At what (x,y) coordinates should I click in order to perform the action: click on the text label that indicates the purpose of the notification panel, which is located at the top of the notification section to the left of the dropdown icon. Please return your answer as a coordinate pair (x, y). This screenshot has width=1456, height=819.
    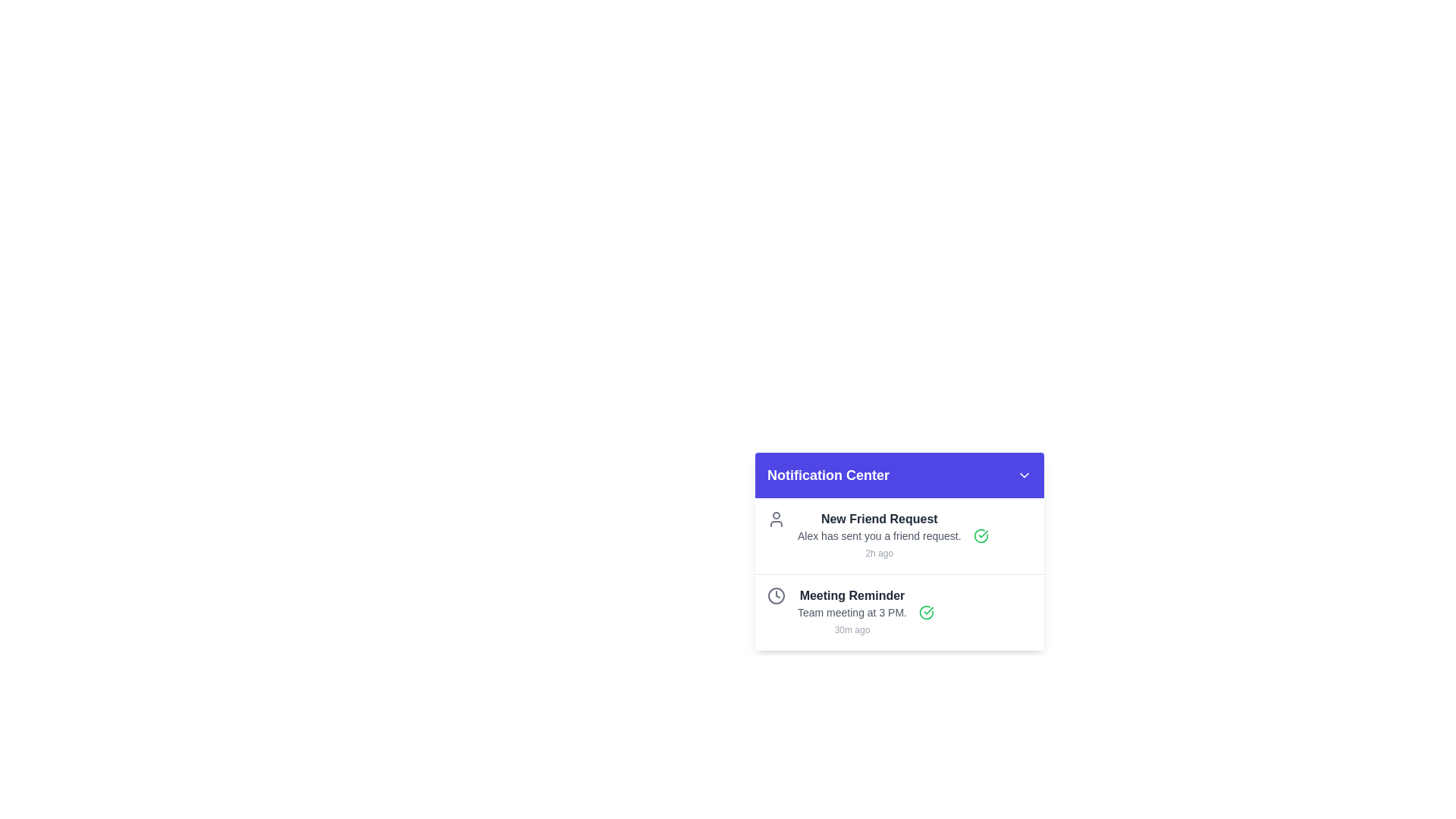
    Looking at the image, I should click on (827, 475).